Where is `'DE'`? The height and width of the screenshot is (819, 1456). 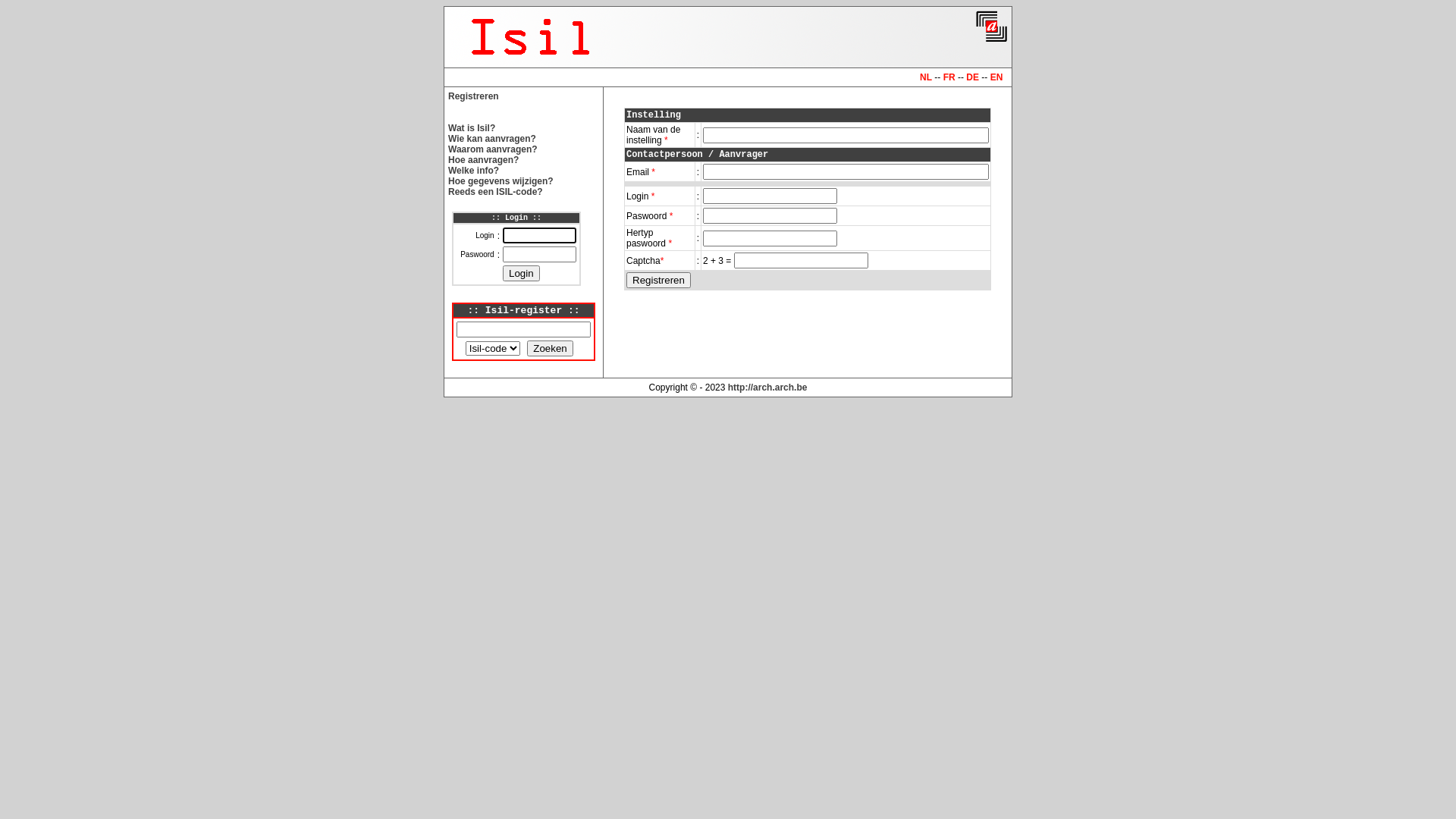
'DE' is located at coordinates (972, 77).